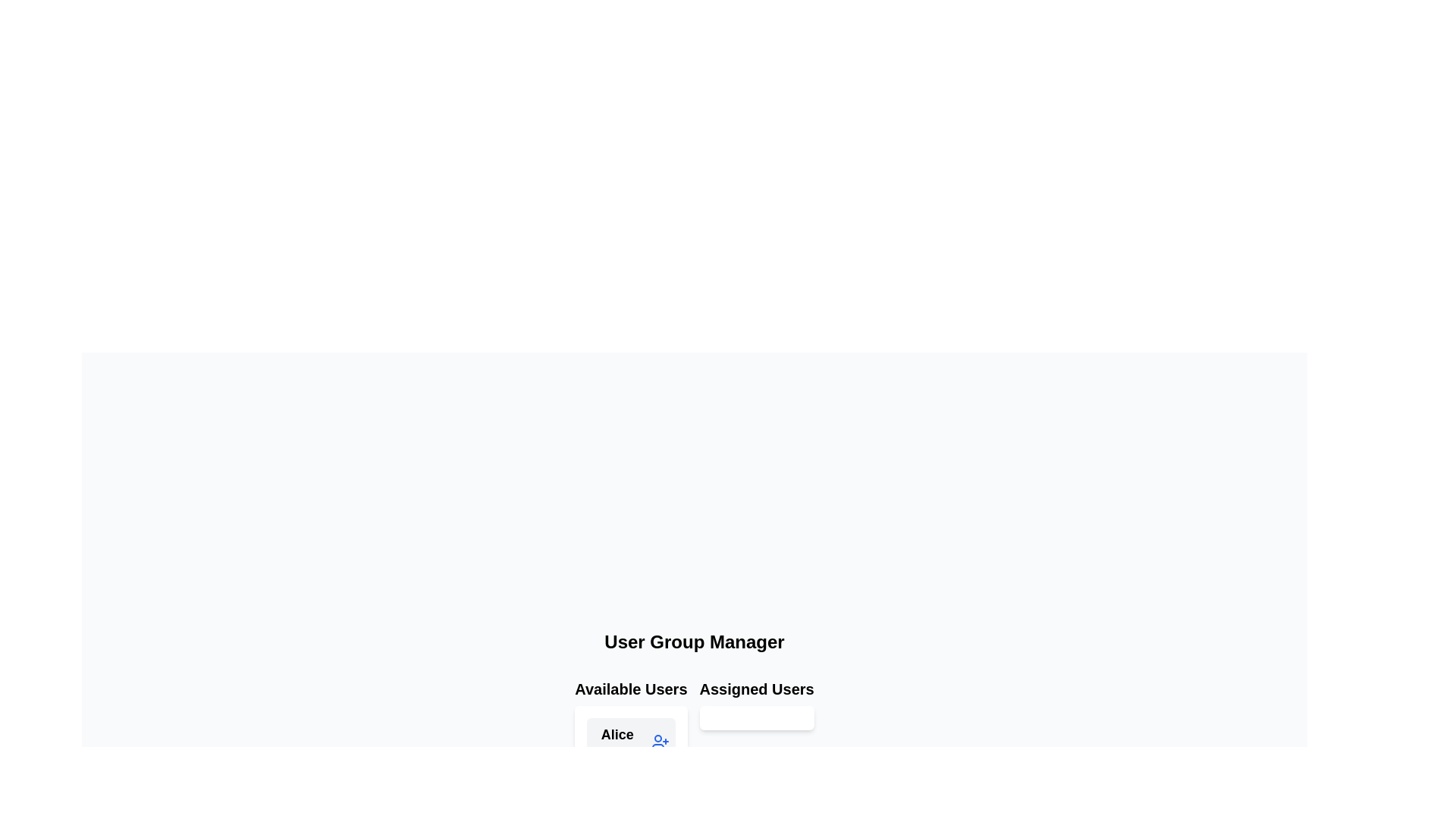 This screenshot has width=1456, height=819. I want to click on '+' icon next to the user 'Alice' in the 'Available Users' list, so click(660, 742).